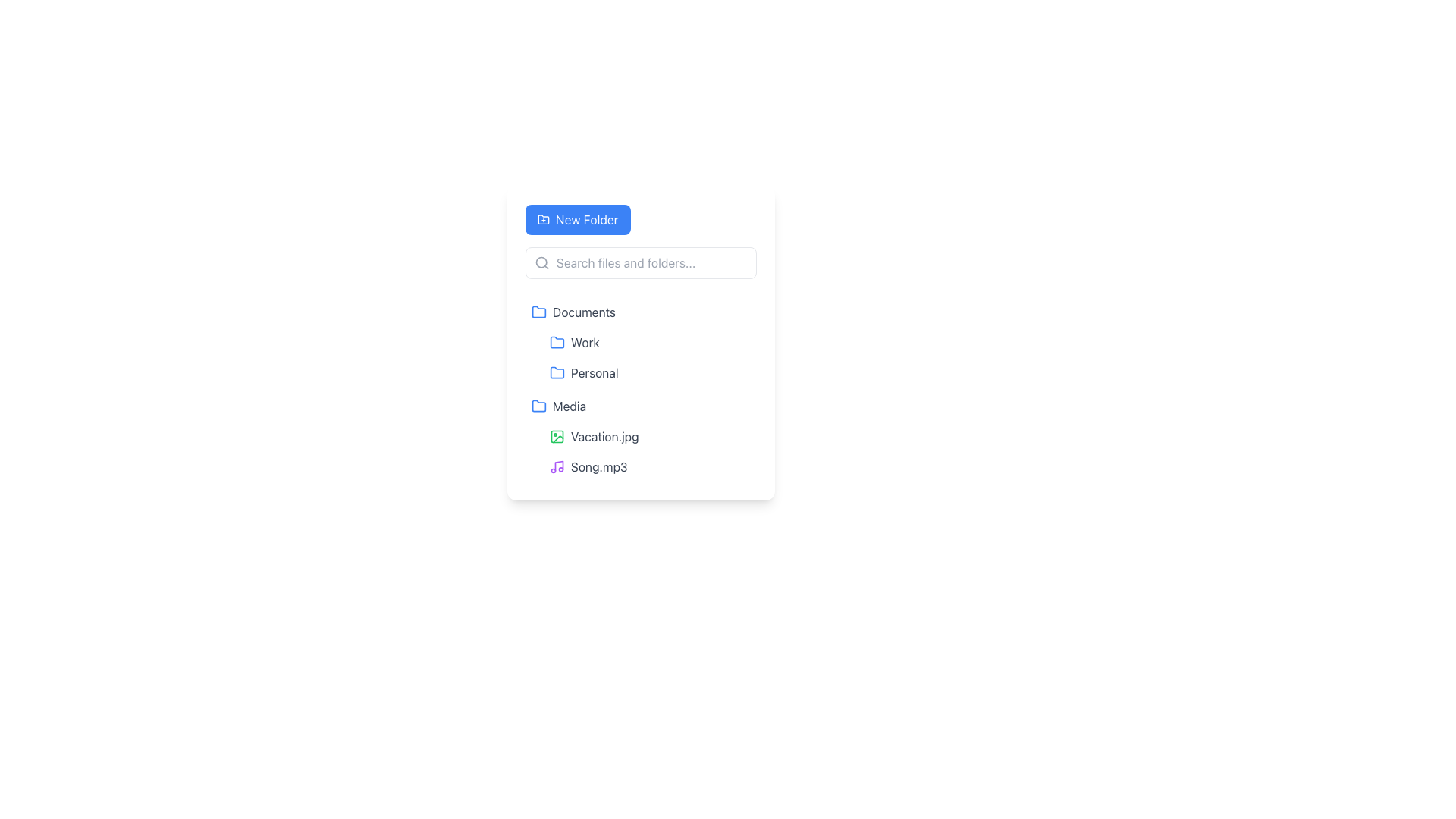 This screenshot has height=819, width=1456. I want to click on the 'New Folder' button, so click(577, 219).